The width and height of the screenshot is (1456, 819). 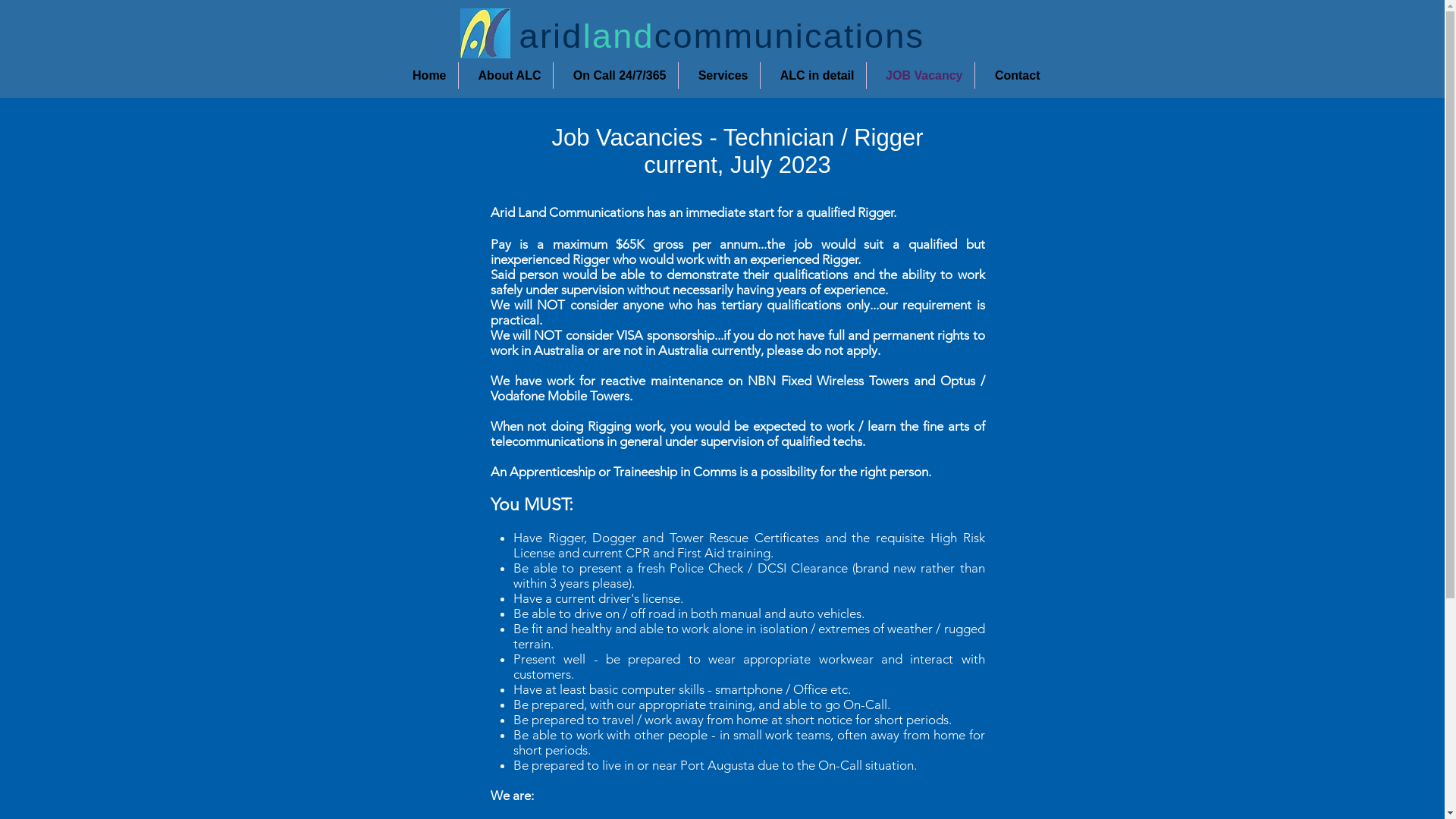 What do you see at coordinates (654, 35) in the screenshot?
I see `'communications'` at bounding box center [654, 35].